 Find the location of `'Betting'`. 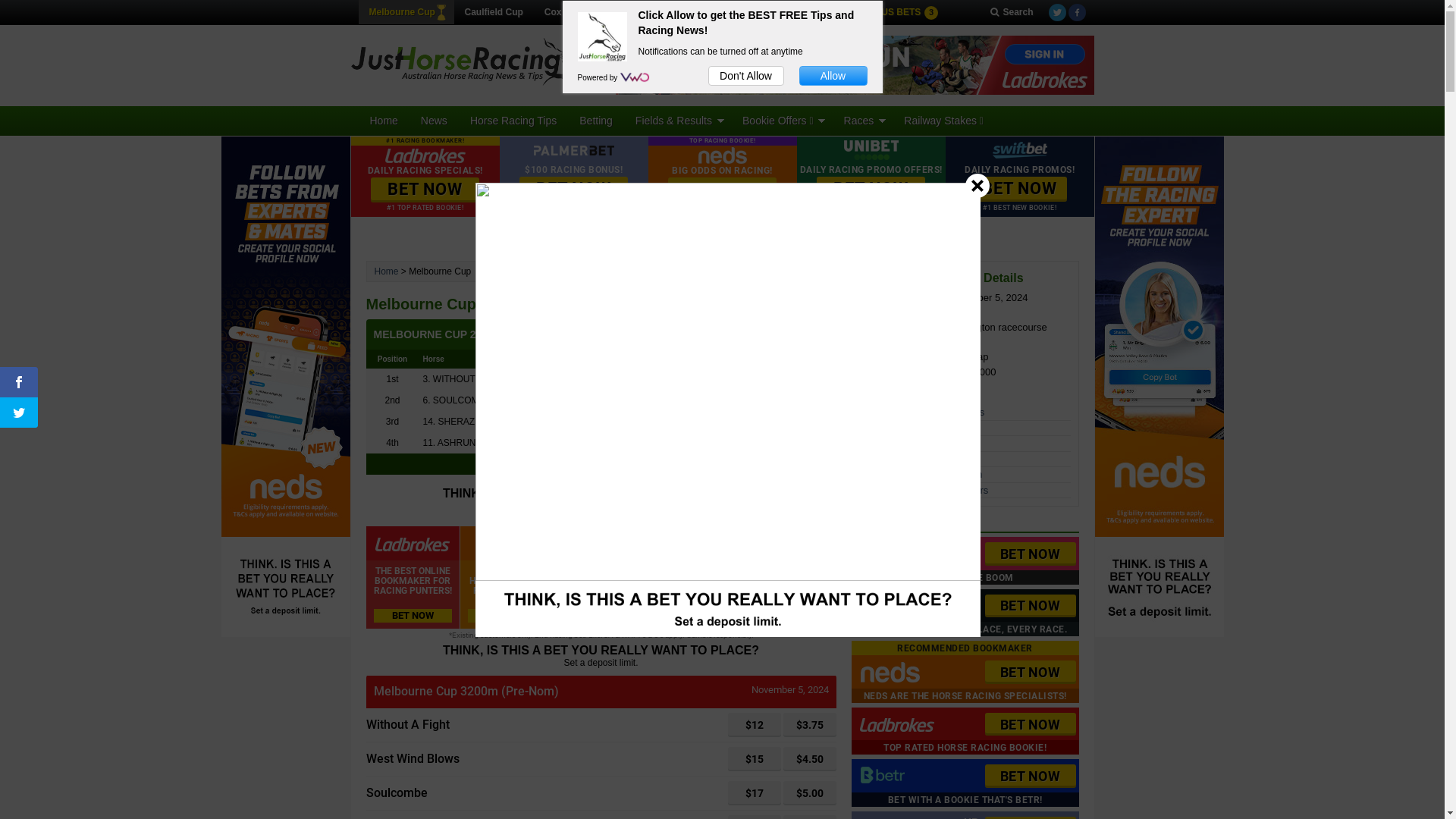

'Betting' is located at coordinates (595, 119).